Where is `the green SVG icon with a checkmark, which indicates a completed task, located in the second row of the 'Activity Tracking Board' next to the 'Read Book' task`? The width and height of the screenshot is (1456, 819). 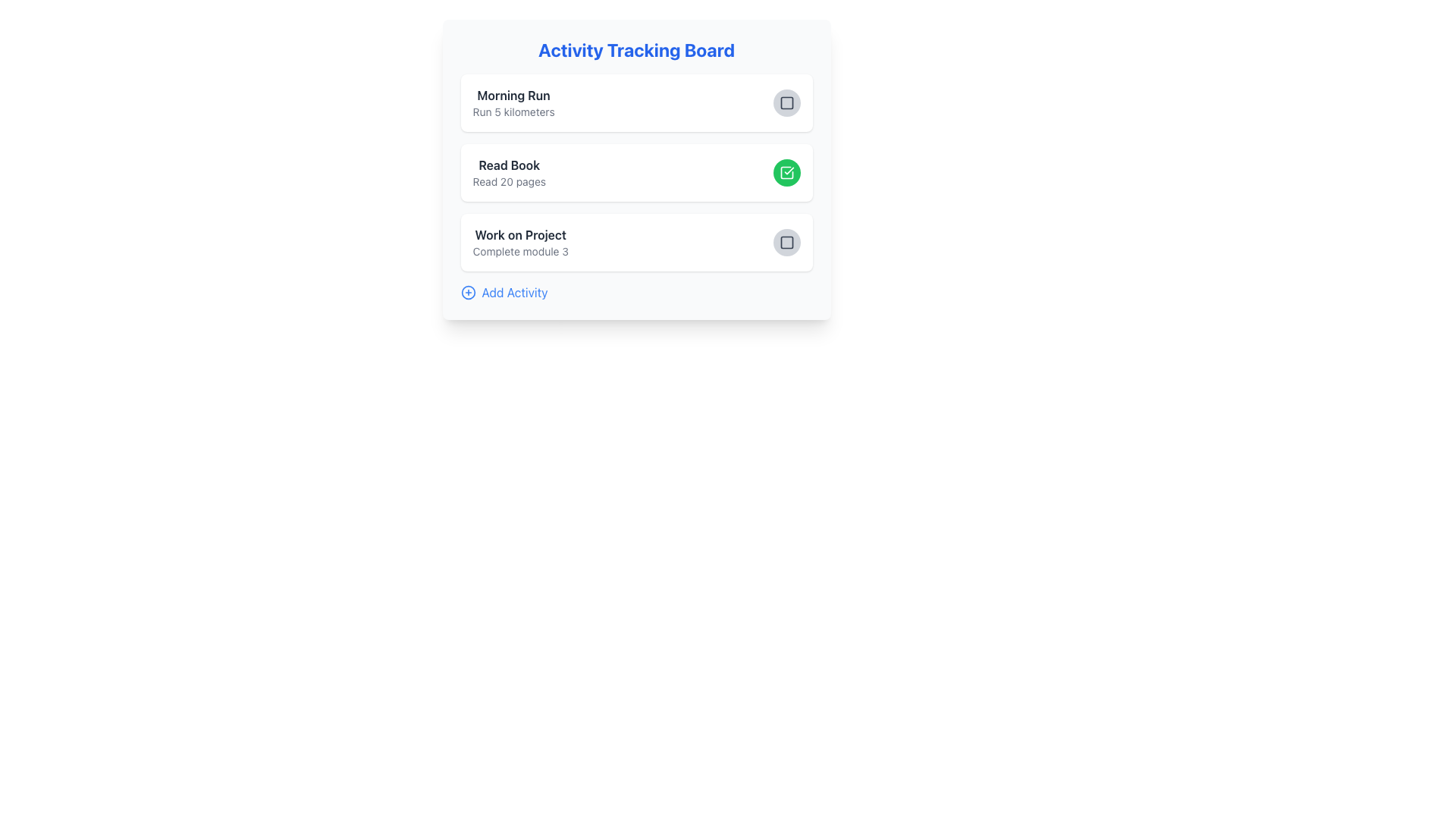
the green SVG icon with a checkmark, which indicates a completed task, located in the second row of the 'Activity Tracking Board' next to the 'Read Book' task is located at coordinates (786, 171).